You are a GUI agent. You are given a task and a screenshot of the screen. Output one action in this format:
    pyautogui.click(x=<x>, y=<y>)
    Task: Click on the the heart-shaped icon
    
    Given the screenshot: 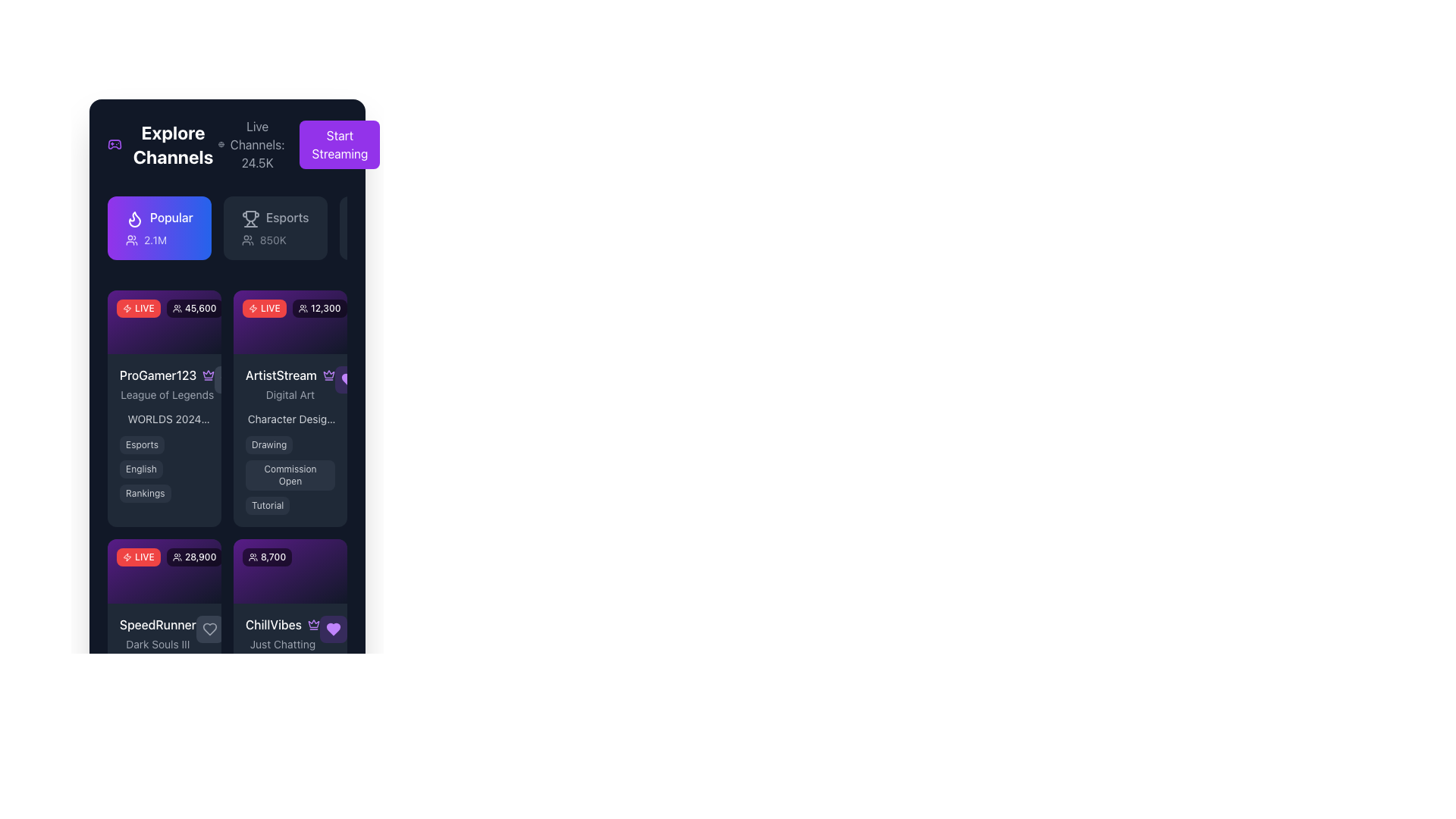 What is the action you would take?
    pyautogui.click(x=332, y=629)
    